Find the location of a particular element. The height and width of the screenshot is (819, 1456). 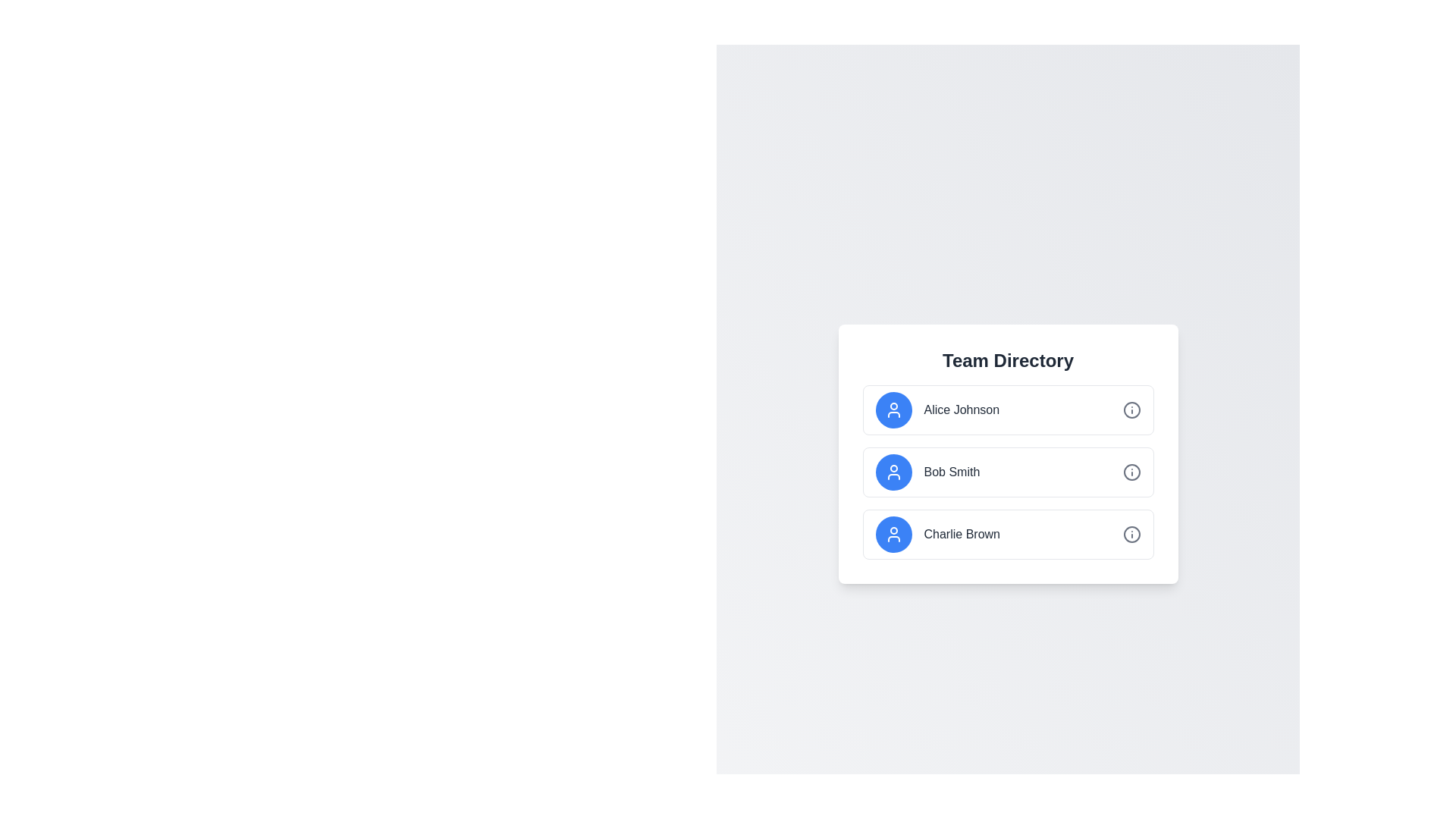

the list item representing 'Charlie Brown' in the 'Team Directory' is located at coordinates (1008, 534).